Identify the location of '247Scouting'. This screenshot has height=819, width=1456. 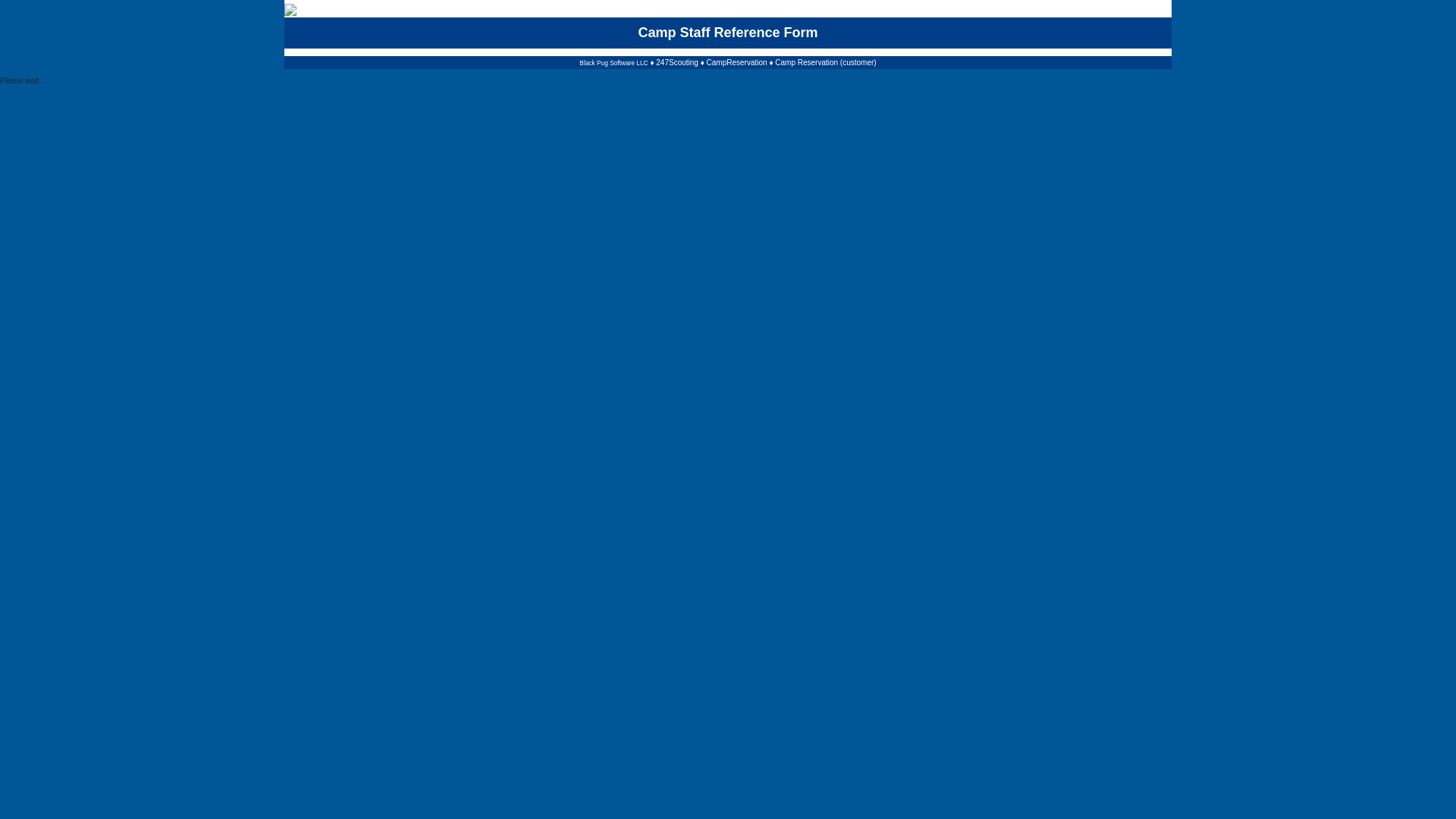
(676, 61).